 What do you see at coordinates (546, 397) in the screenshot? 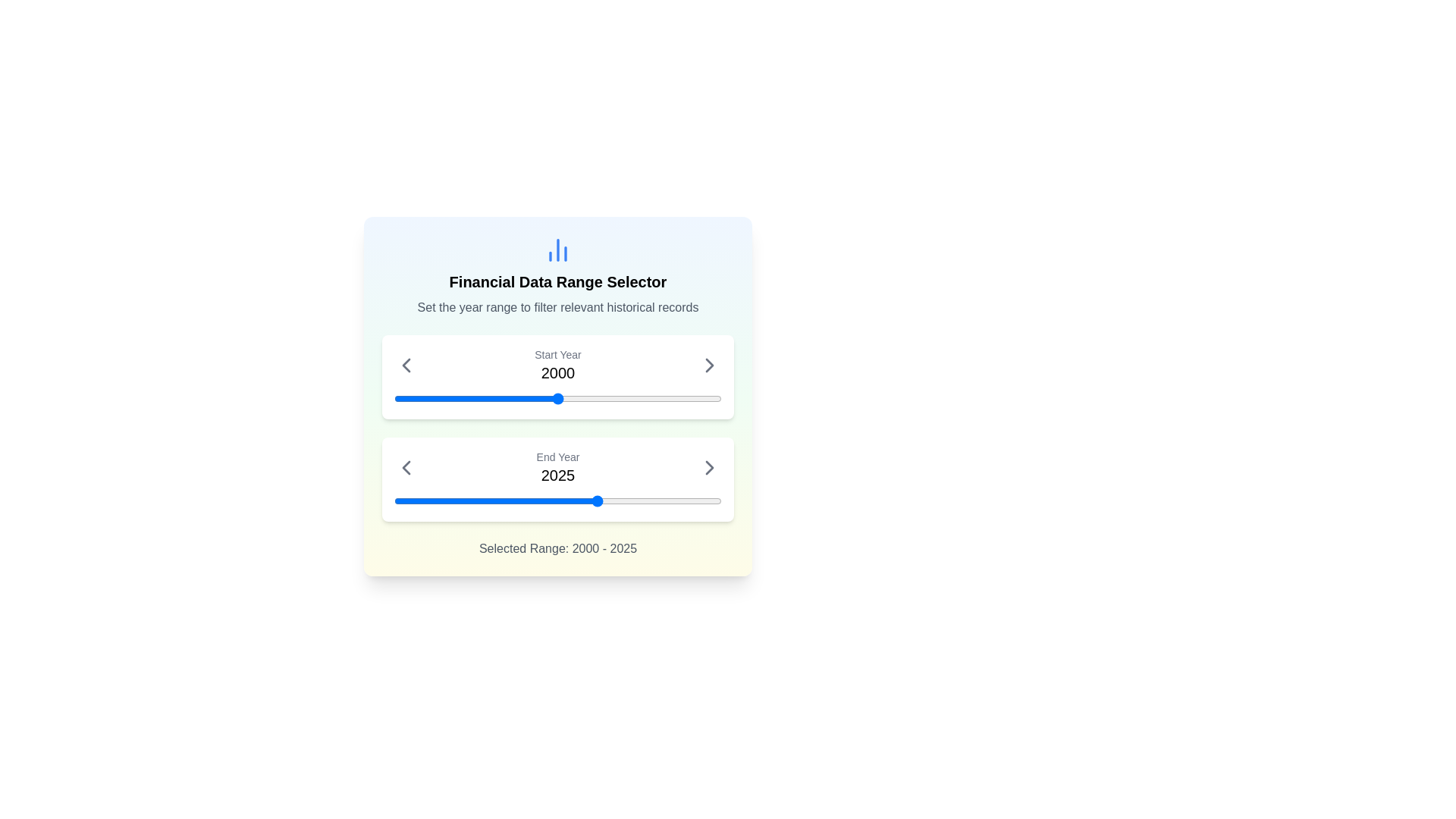
I see `the start year of the range` at bounding box center [546, 397].